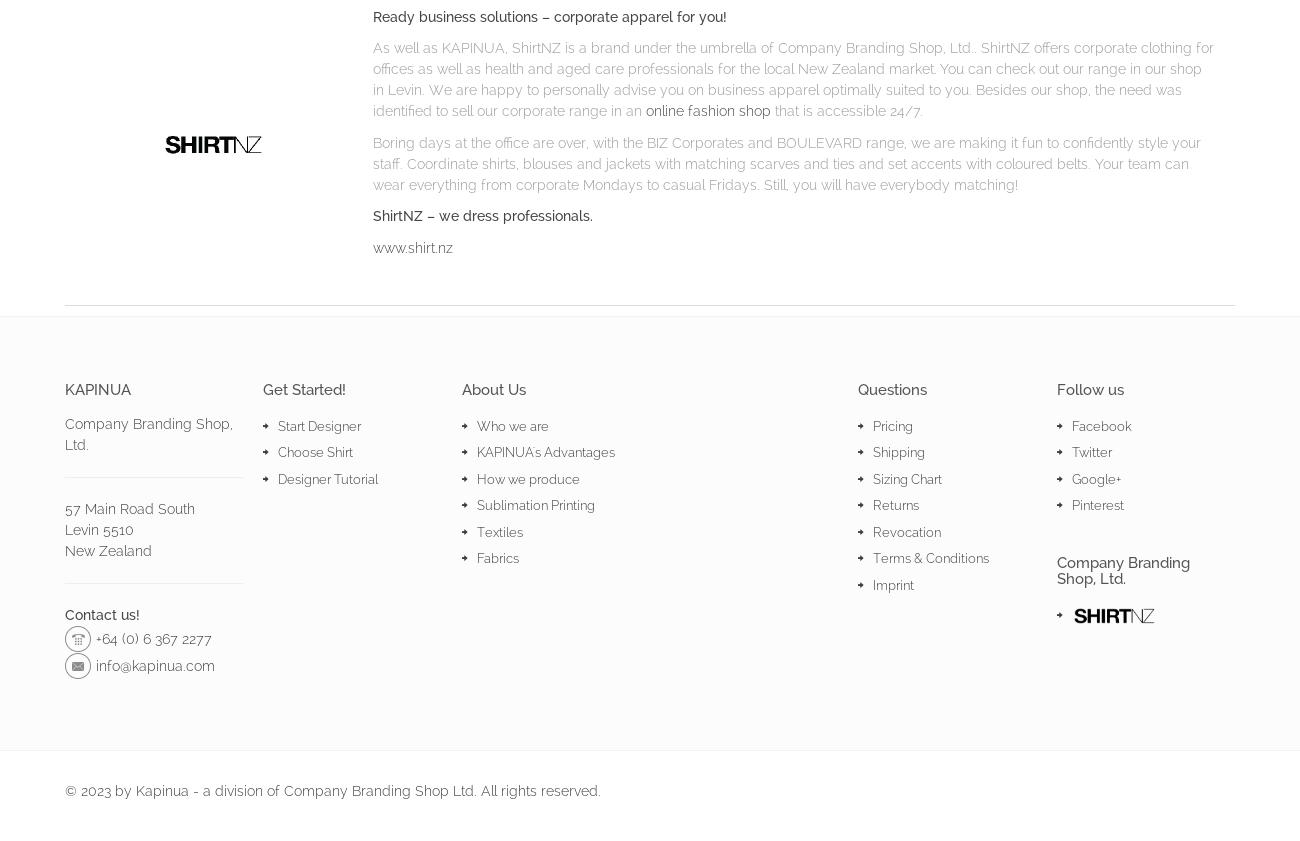 The height and width of the screenshot is (841, 1300). What do you see at coordinates (319, 425) in the screenshot?
I see `'Start Designer'` at bounding box center [319, 425].